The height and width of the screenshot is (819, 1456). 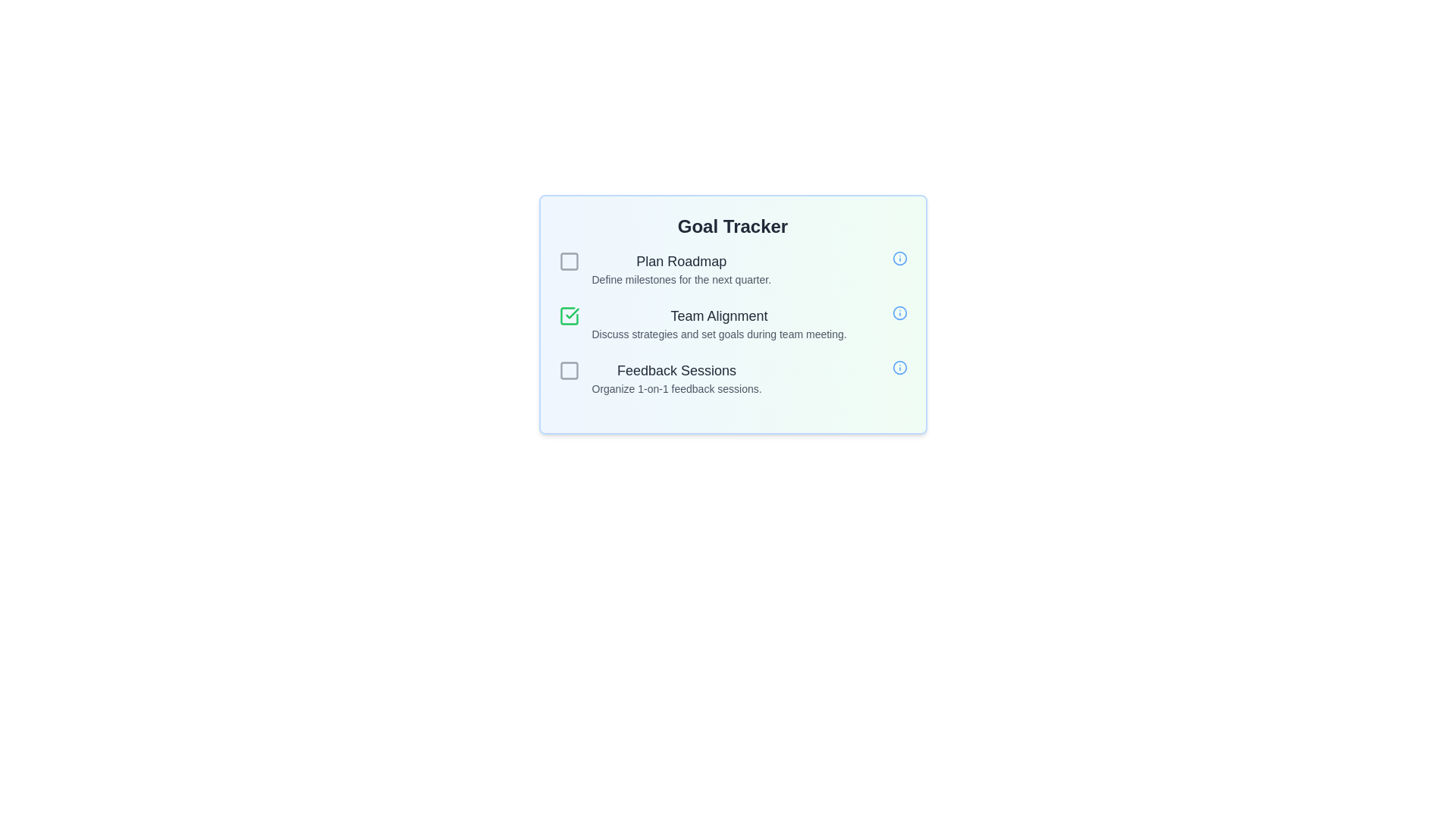 What do you see at coordinates (568, 260) in the screenshot?
I see `the checkbox icon located to the left of the 'Plan Roadmap' text in the checklist, which allows users to mark or unmark the task` at bounding box center [568, 260].